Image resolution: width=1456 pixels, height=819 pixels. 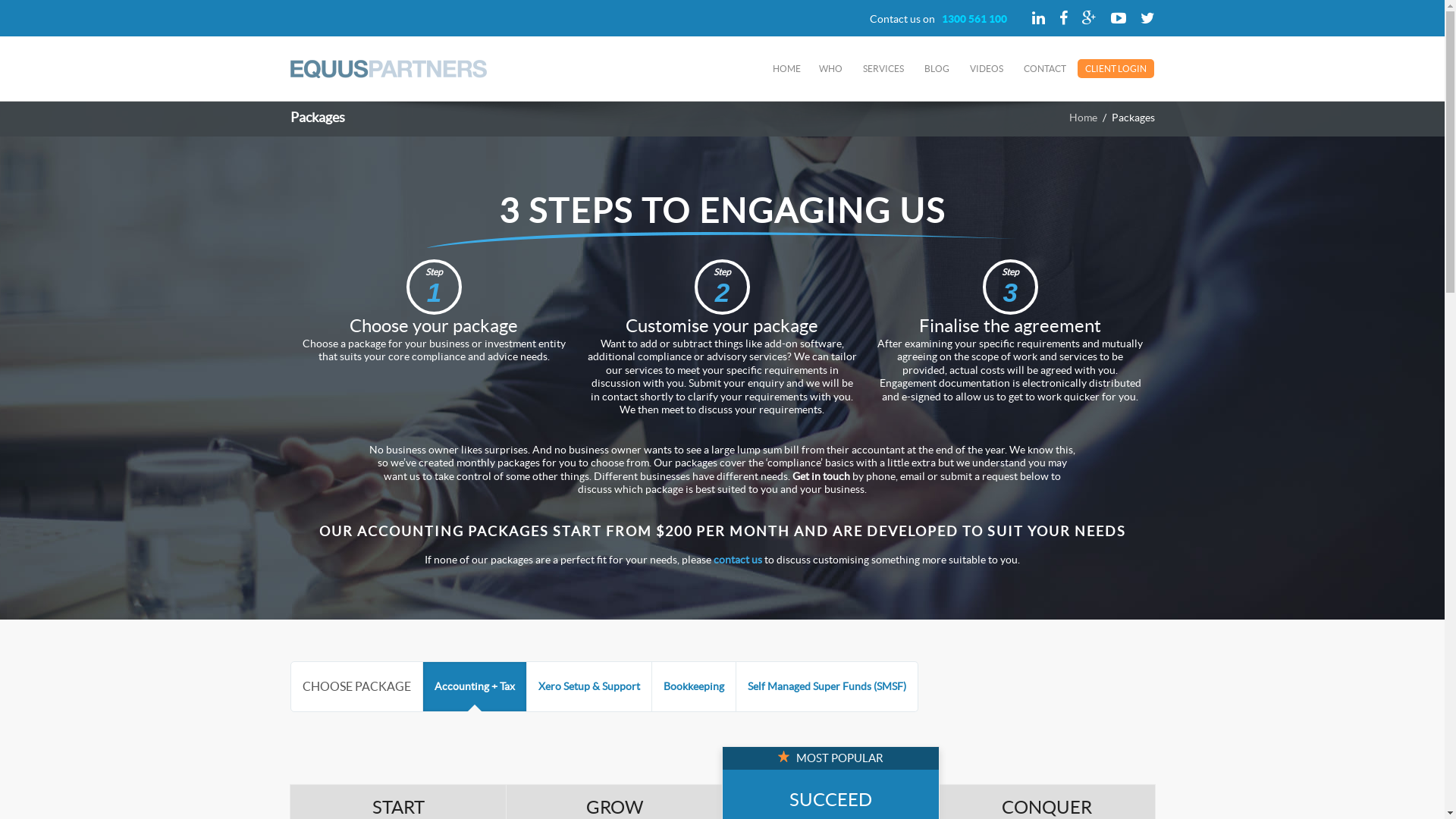 What do you see at coordinates (738, 559) in the screenshot?
I see `'contact us'` at bounding box center [738, 559].